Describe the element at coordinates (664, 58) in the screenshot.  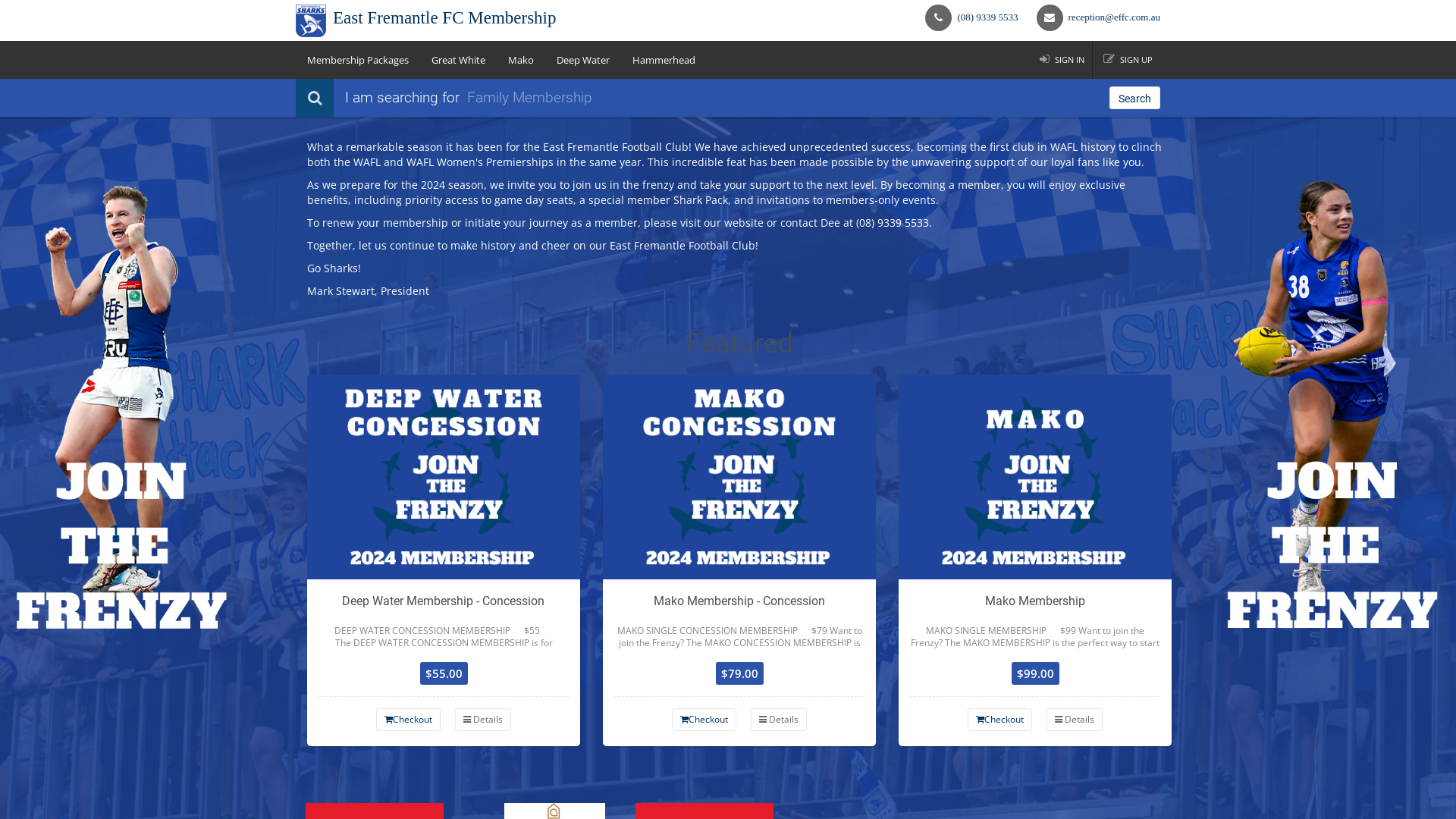
I see `'Hammerhead'` at that location.